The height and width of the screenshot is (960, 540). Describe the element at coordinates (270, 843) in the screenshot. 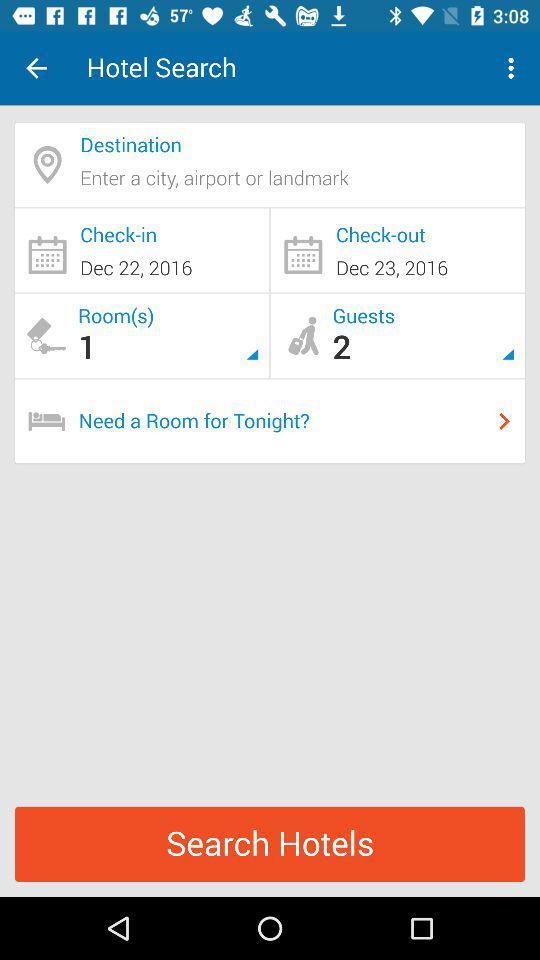

I see `the search hotels` at that location.